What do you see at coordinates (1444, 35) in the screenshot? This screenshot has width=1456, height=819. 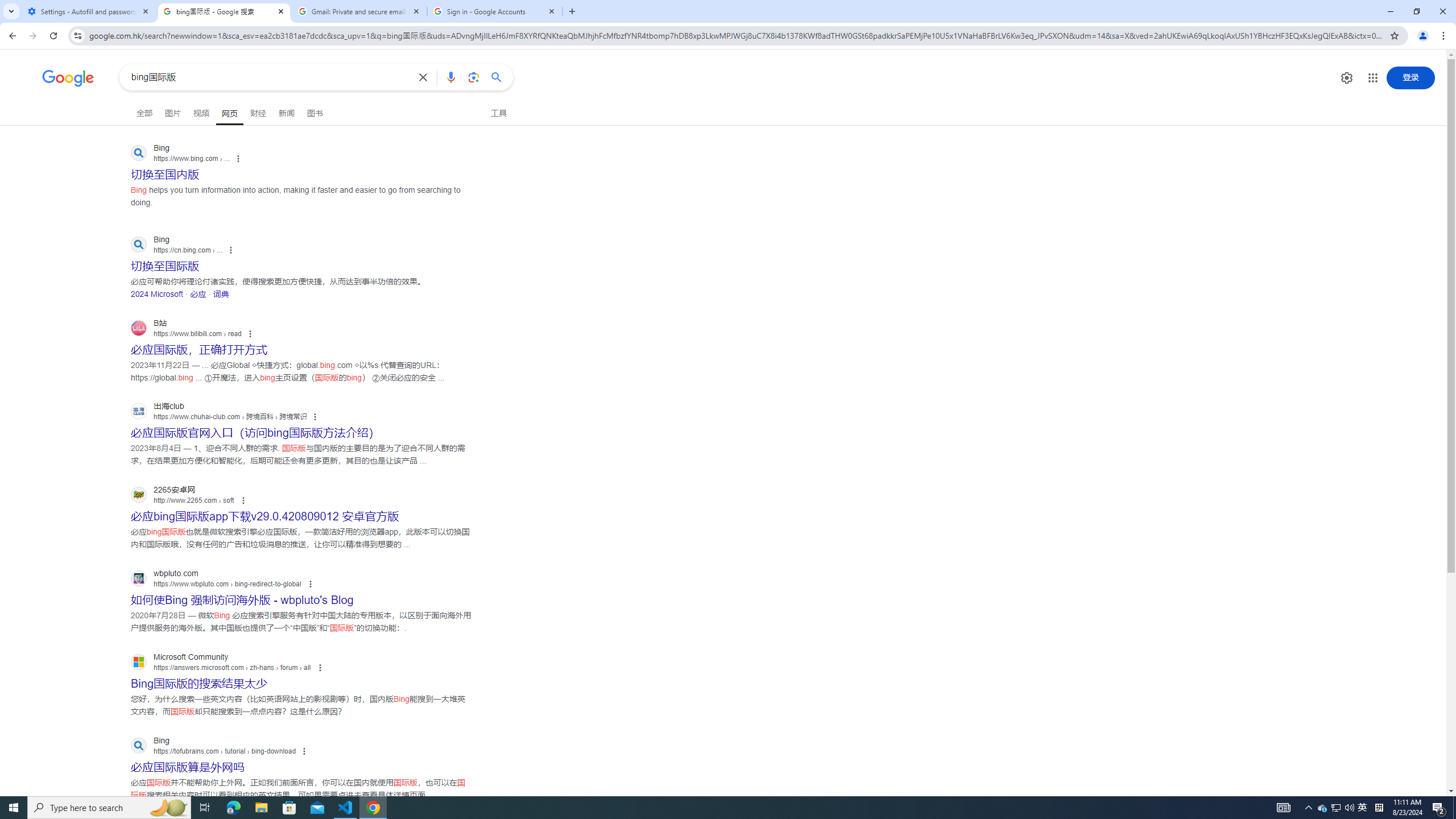 I see `'Chrome'` at bounding box center [1444, 35].